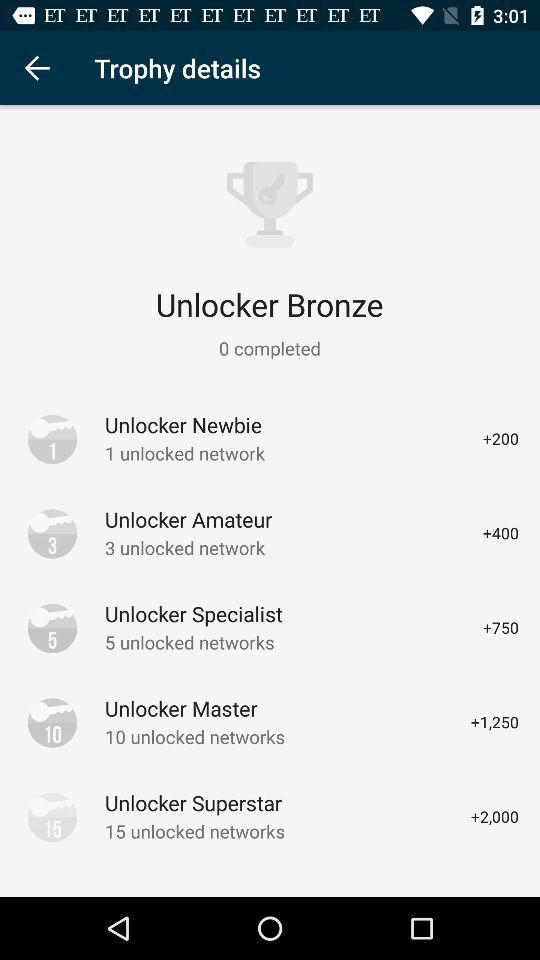 Image resolution: width=540 pixels, height=960 pixels. What do you see at coordinates (36, 68) in the screenshot?
I see `item next to the trophy details icon` at bounding box center [36, 68].